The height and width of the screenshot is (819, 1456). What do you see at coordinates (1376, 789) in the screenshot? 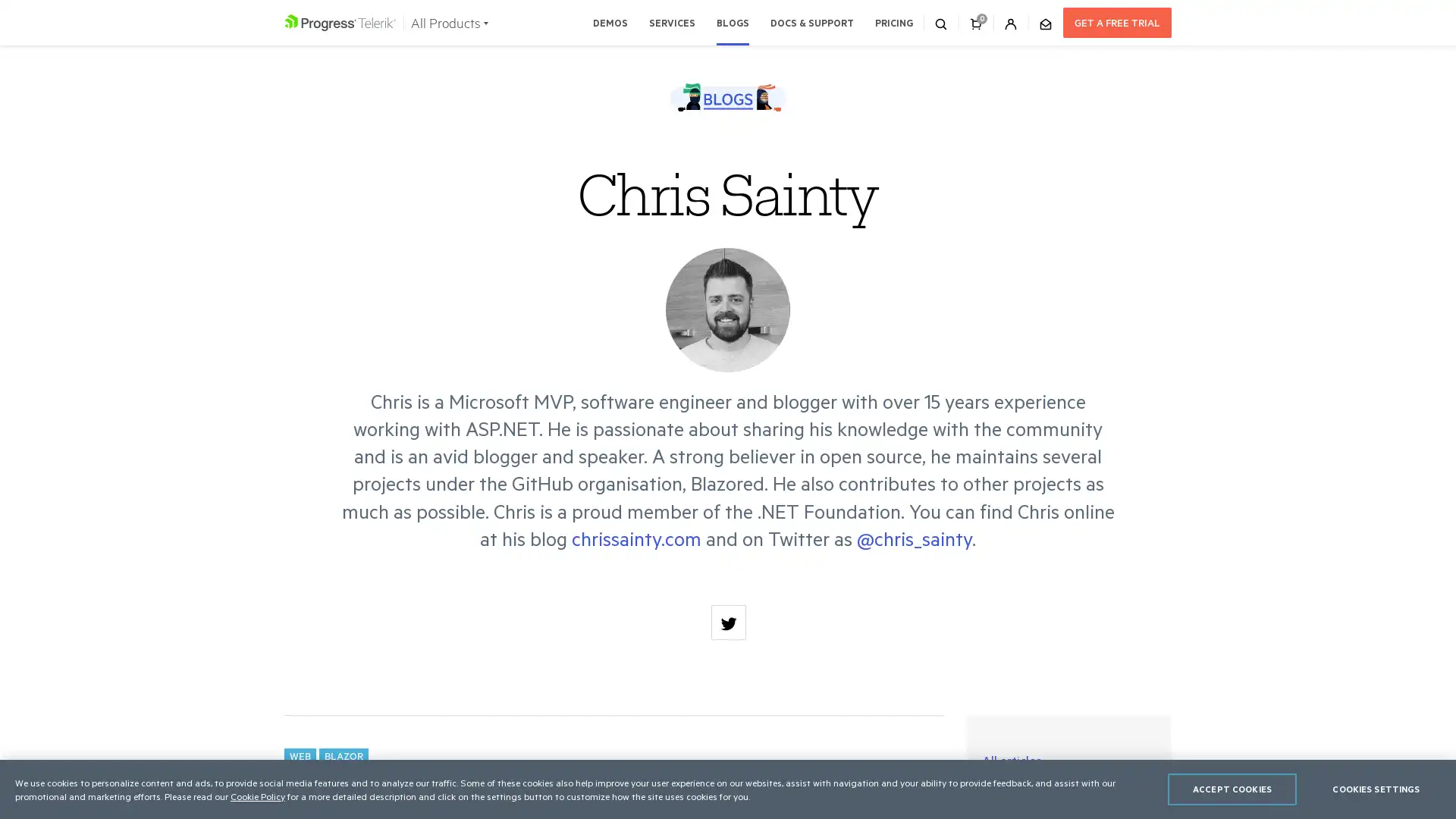
I see `COOKIES SETTINGS` at bounding box center [1376, 789].